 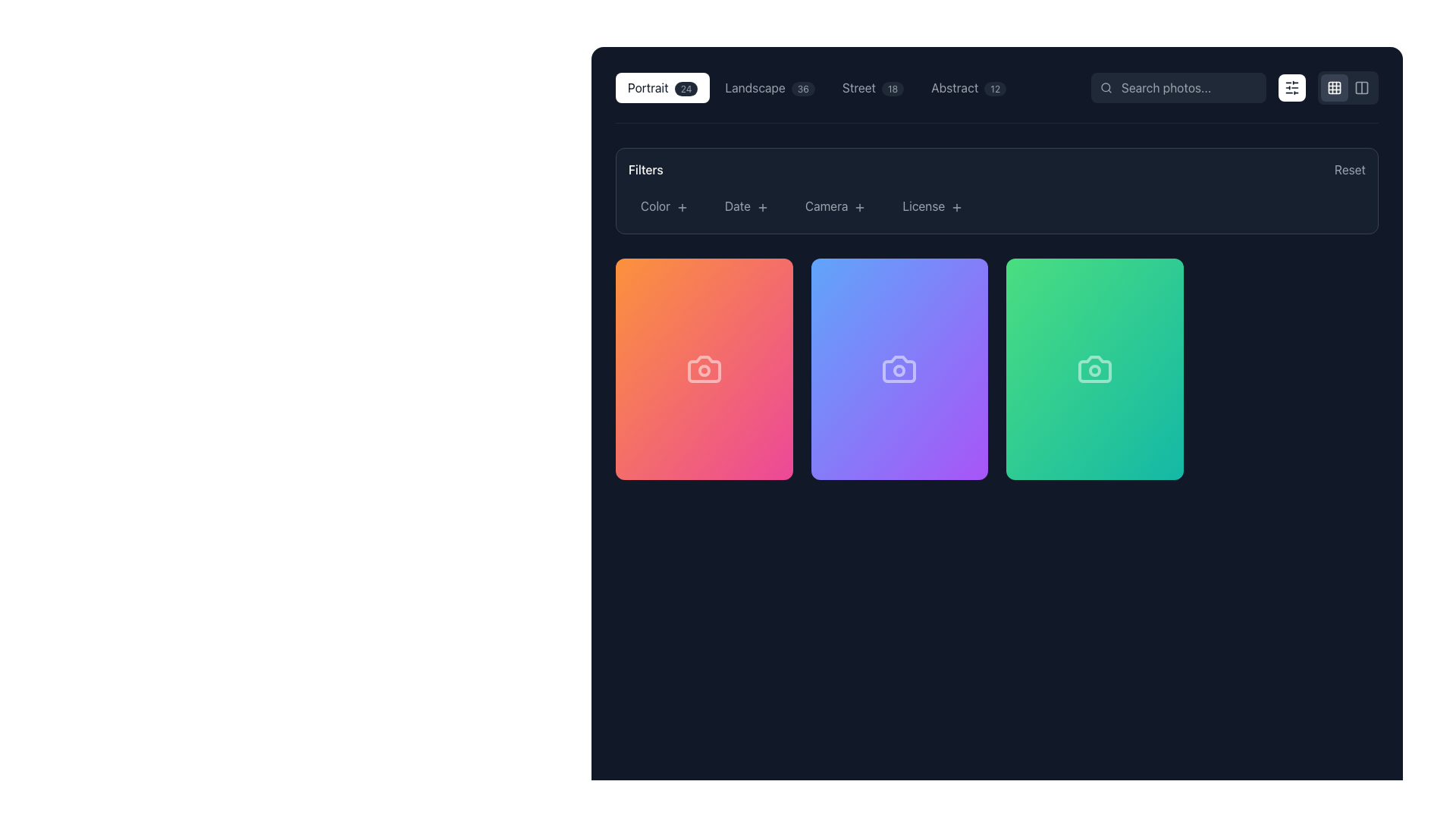 What do you see at coordinates (663, 87) in the screenshot?
I see `the 'Portrait' button with a badge displaying '24'` at bounding box center [663, 87].